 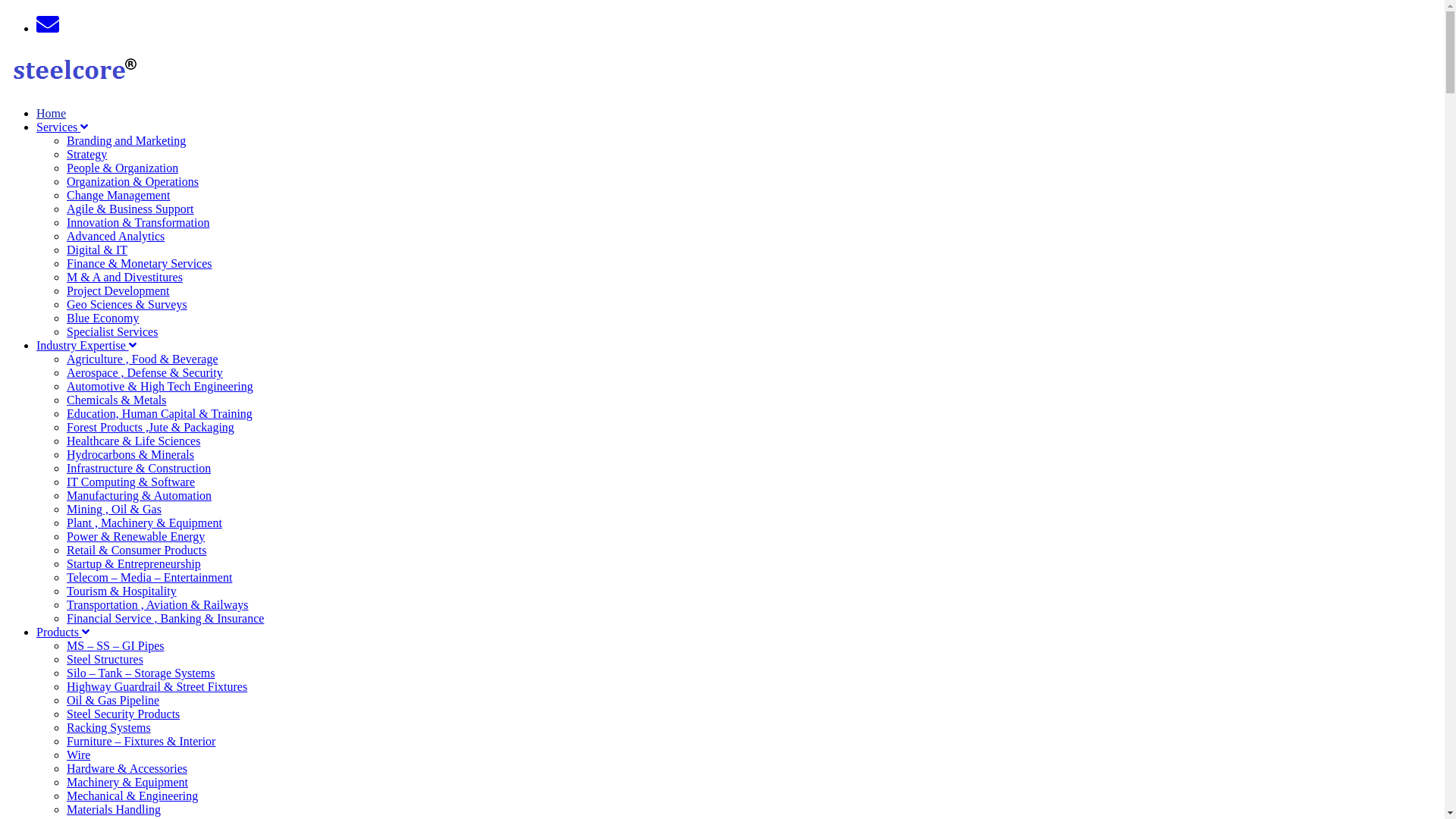 What do you see at coordinates (138, 467) in the screenshot?
I see `'Infrastructure & Construction'` at bounding box center [138, 467].